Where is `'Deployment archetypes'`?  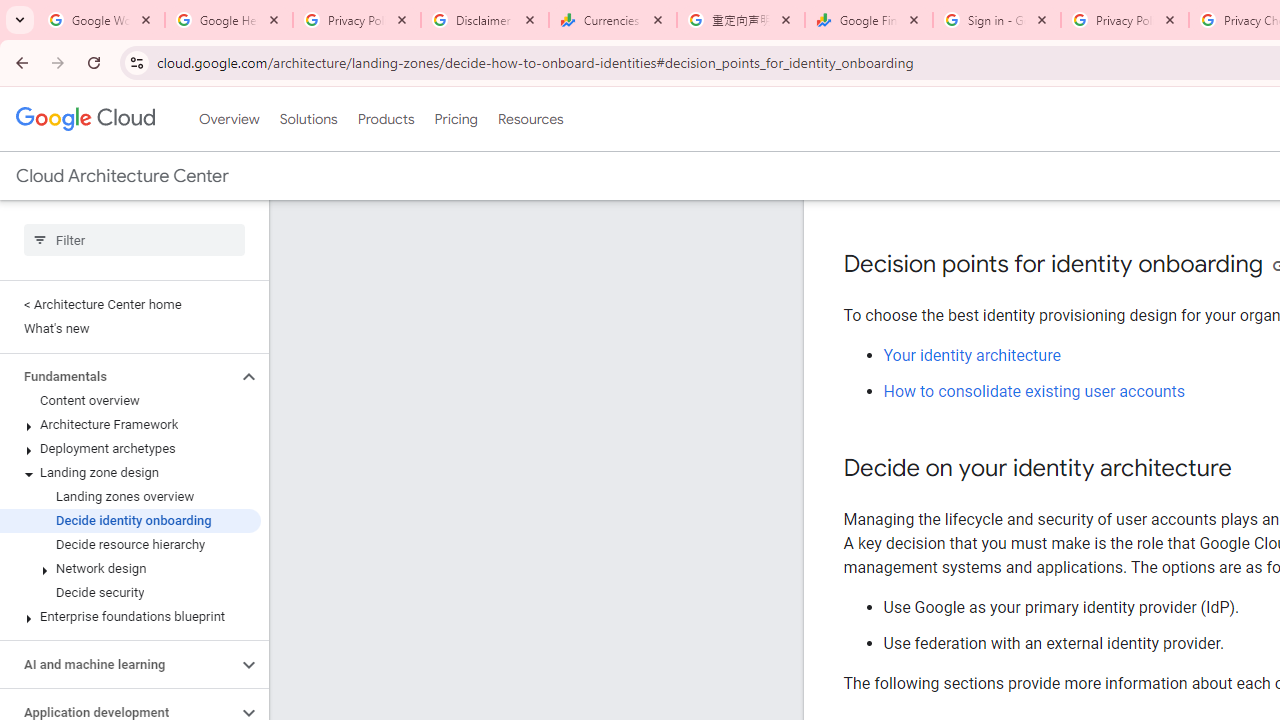
'Deployment archetypes' is located at coordinates (129, 447).